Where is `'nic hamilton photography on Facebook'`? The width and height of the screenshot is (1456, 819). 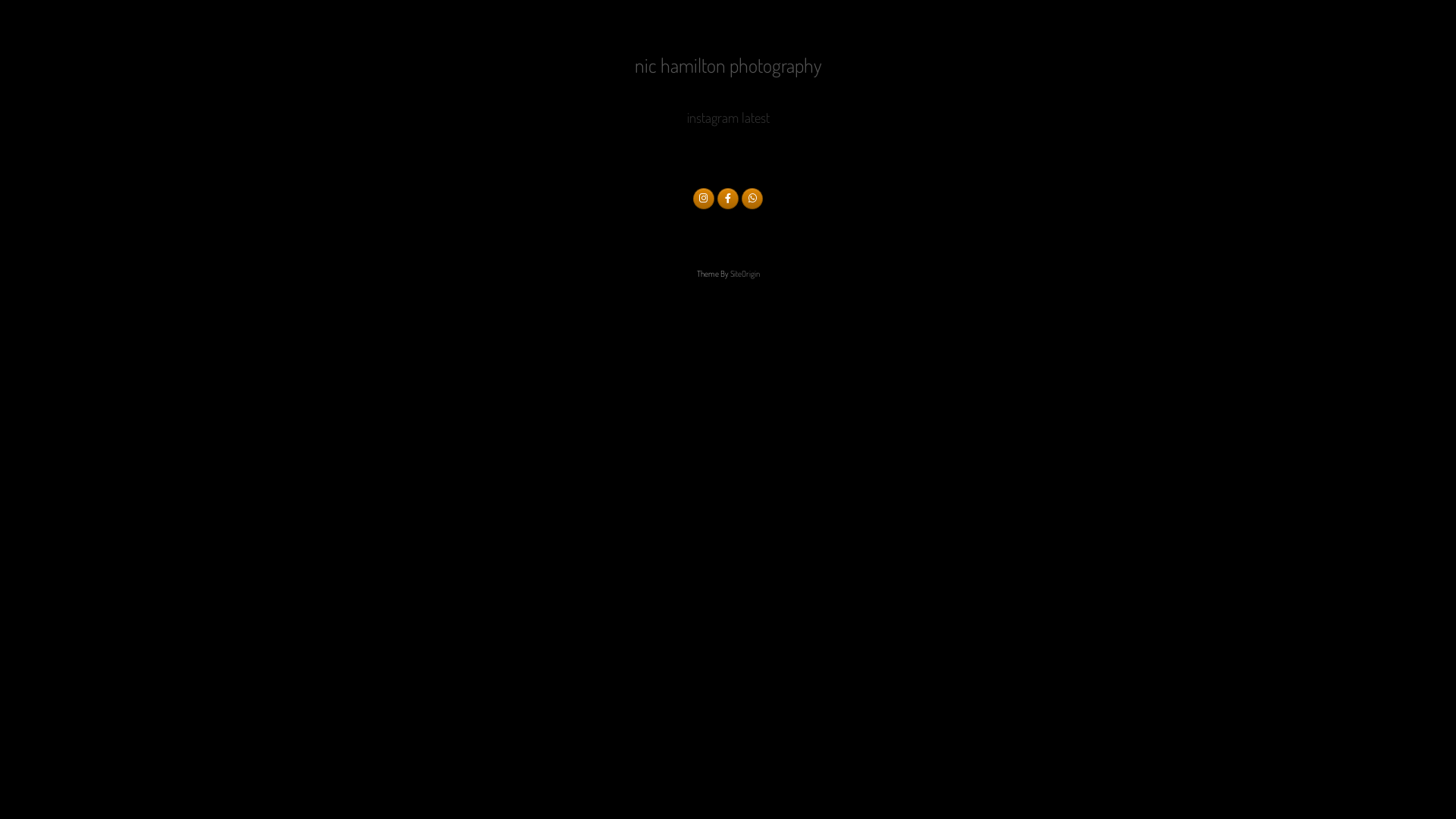 'nic hamilton photography on Facebook' is located at coordinates (728, 198).